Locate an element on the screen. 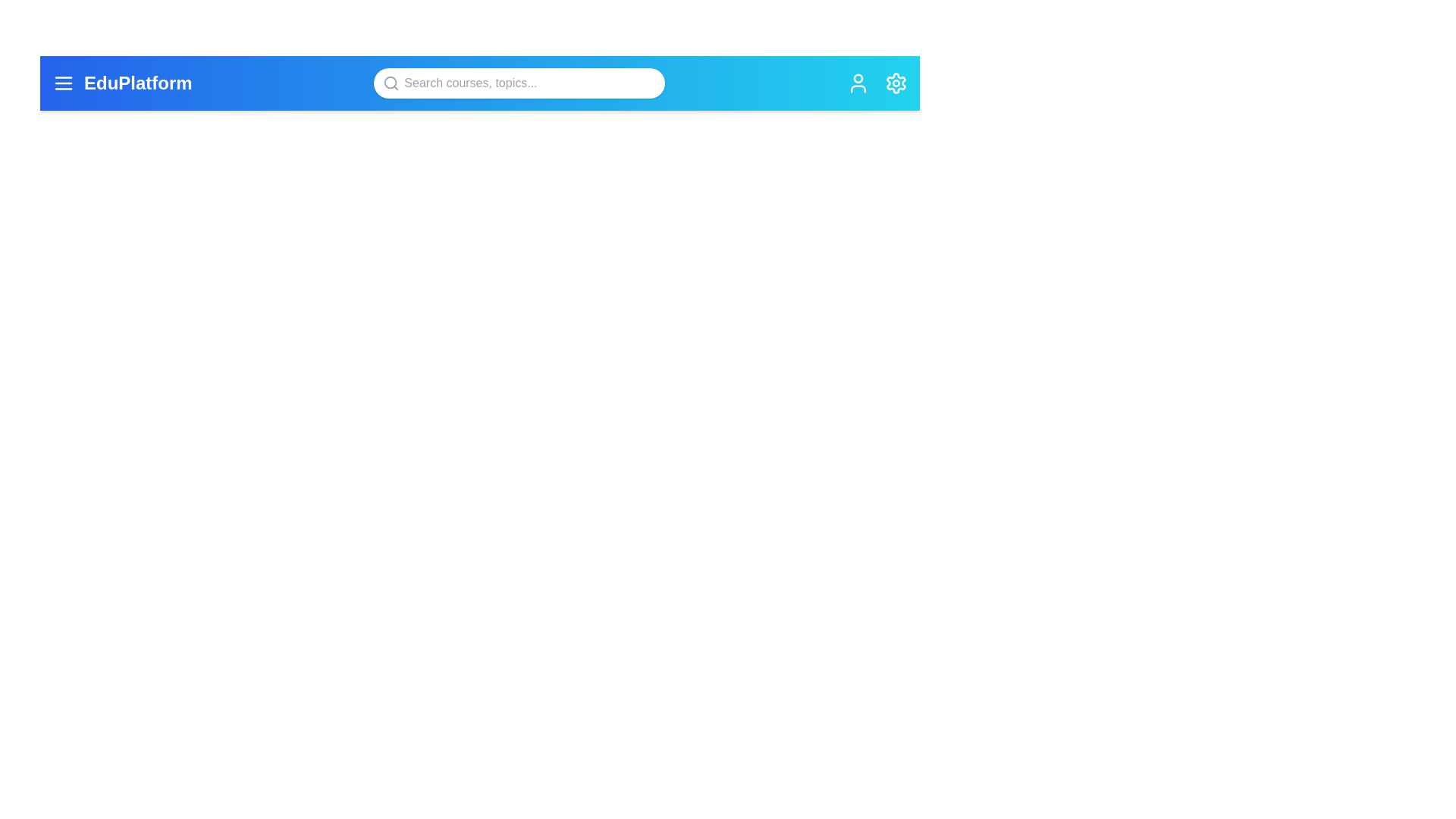 This screenshot has width=1456, height=819. the user icon to access user profile or account options is located at coordinates (858, 83).